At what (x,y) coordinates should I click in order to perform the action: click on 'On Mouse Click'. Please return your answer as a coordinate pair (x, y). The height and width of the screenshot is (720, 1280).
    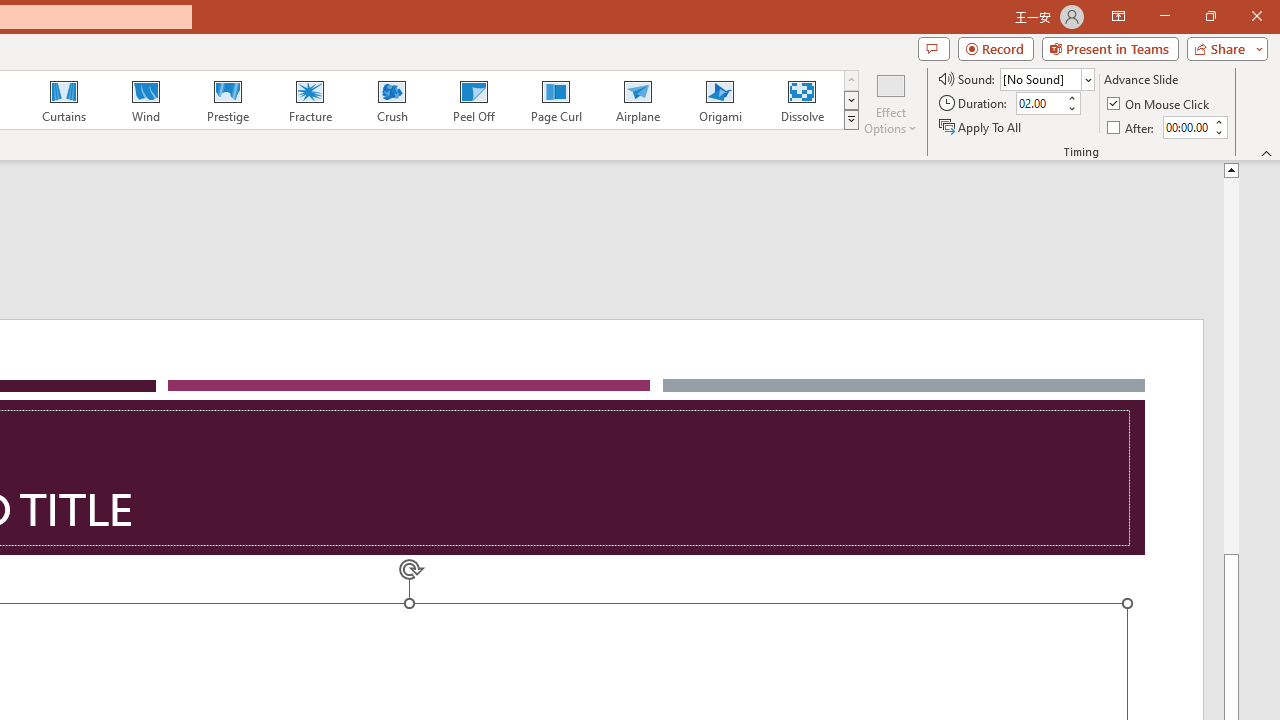
    Looking at the image, I should click on (1159, 103).